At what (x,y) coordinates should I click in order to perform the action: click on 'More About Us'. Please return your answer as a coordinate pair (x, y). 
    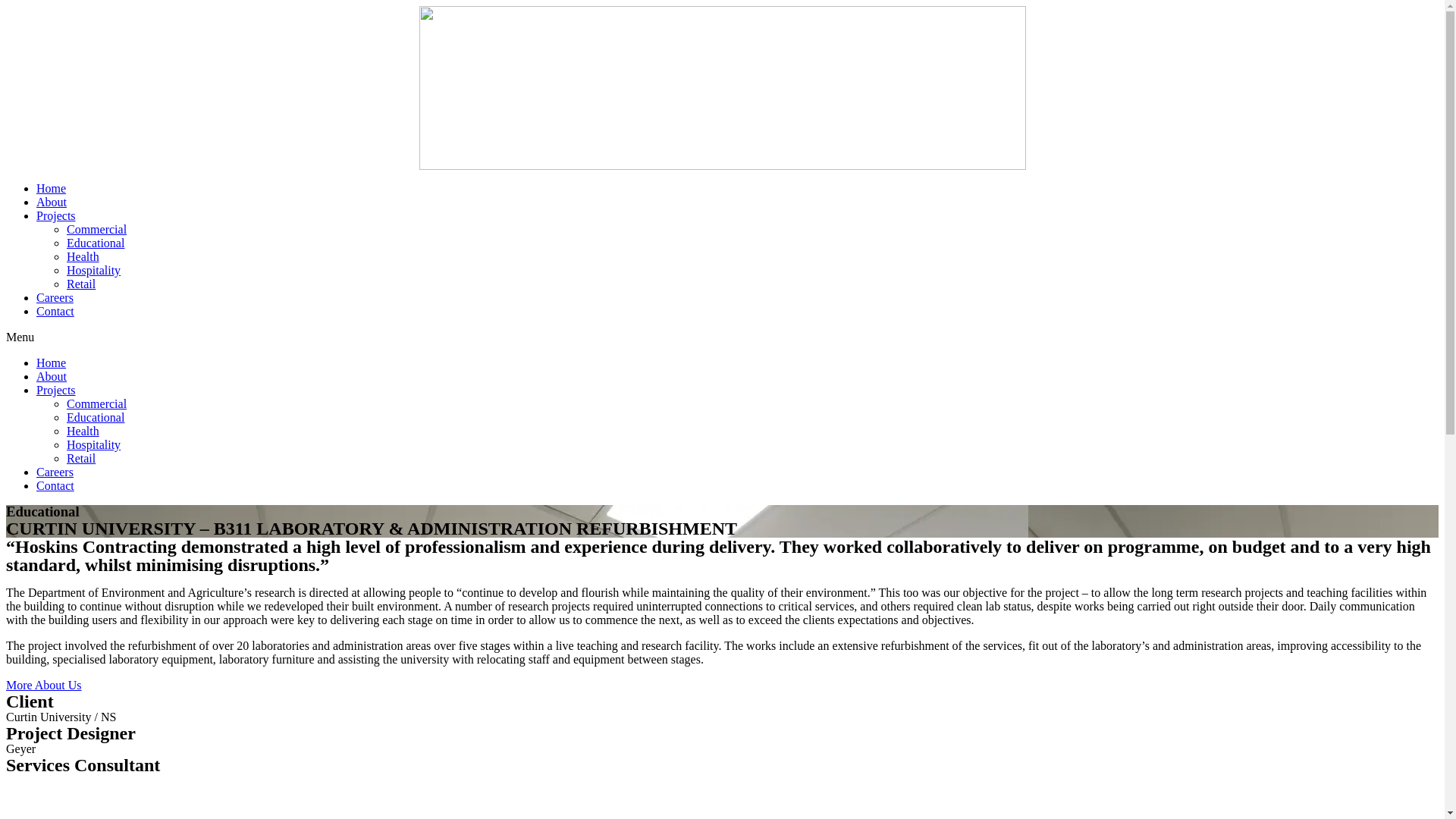
    Looking at the image, I should click on (43, 685).